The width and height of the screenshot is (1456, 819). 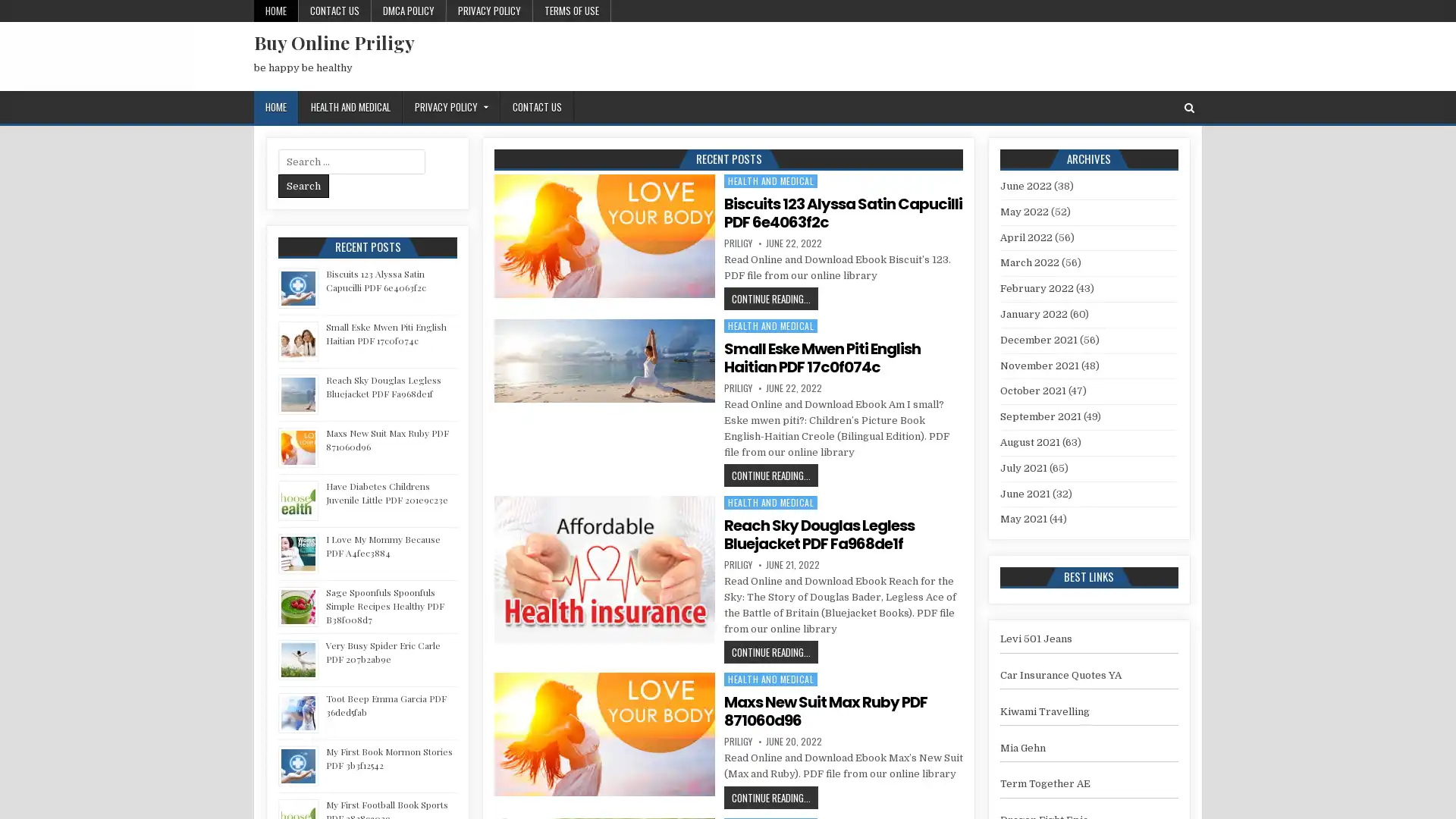 What do you see at coordinates (303, 185) in the screenshot?
I see `Search` at bounding box center [303, 185].